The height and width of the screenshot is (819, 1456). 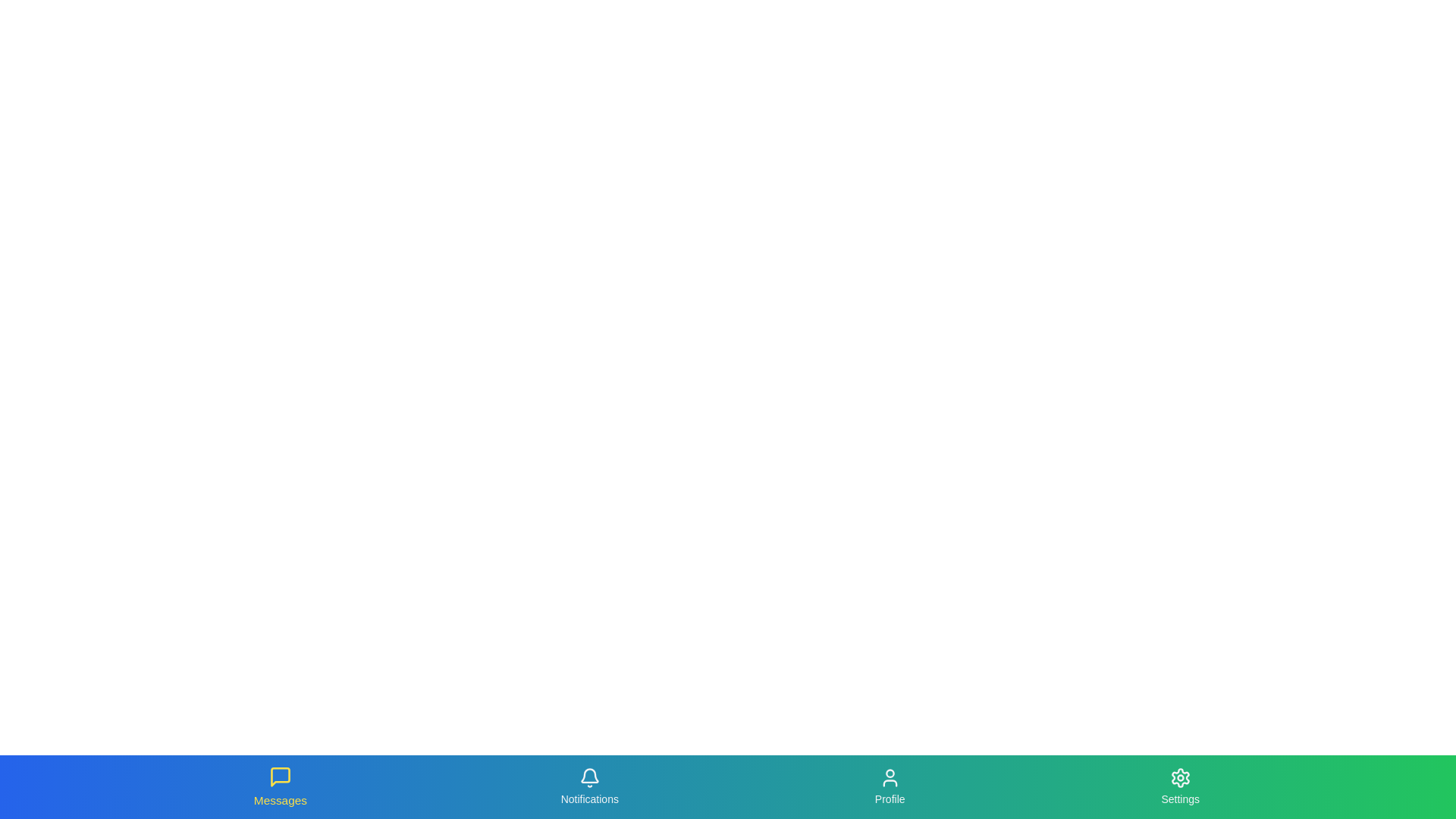 I want to click on the tab labeled Settings to navigate to its respective section, so click(x=1179, y=786).